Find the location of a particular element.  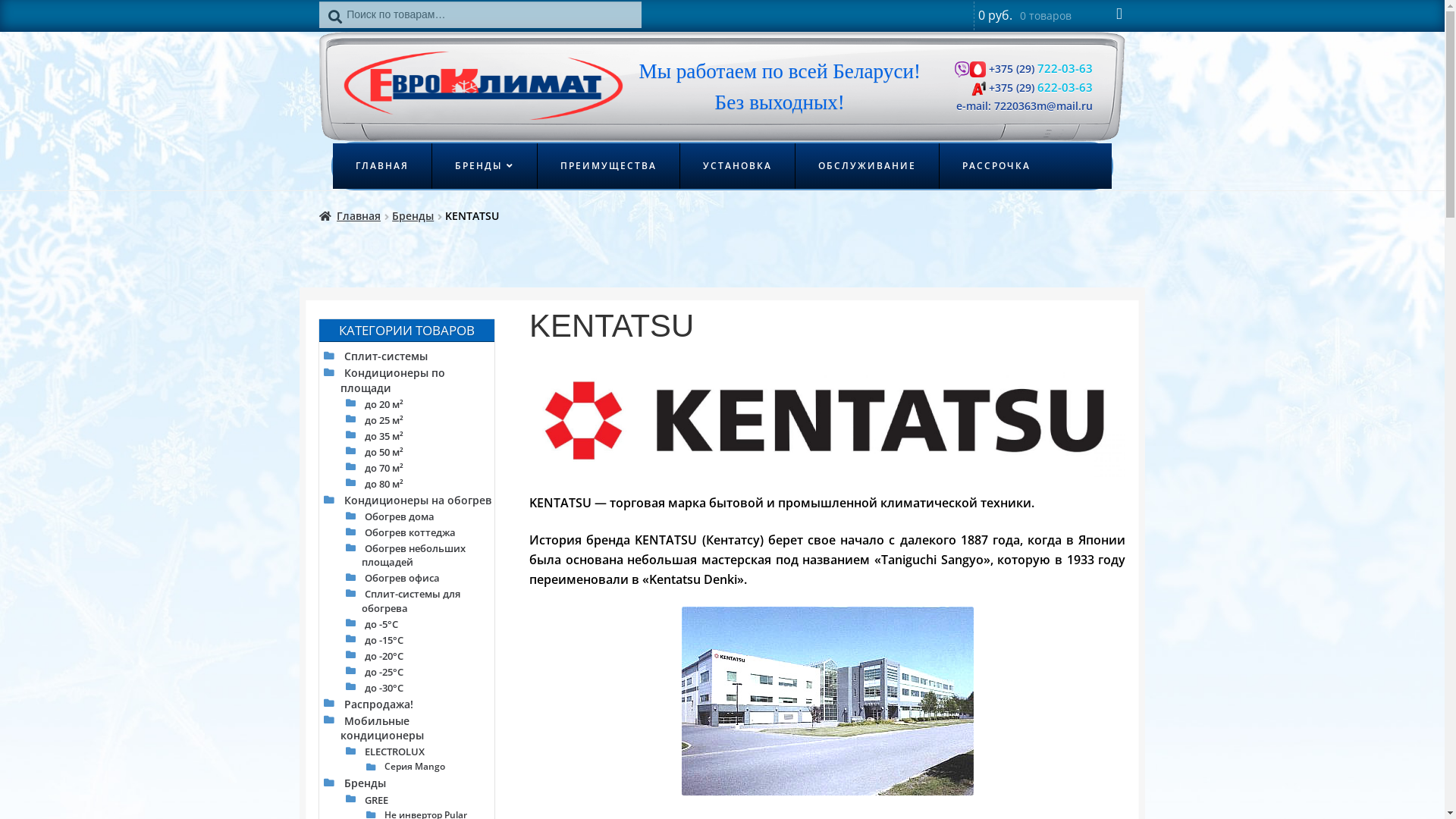

'+375 (29) 722-03-63' is located at coordinates (1038, 68).